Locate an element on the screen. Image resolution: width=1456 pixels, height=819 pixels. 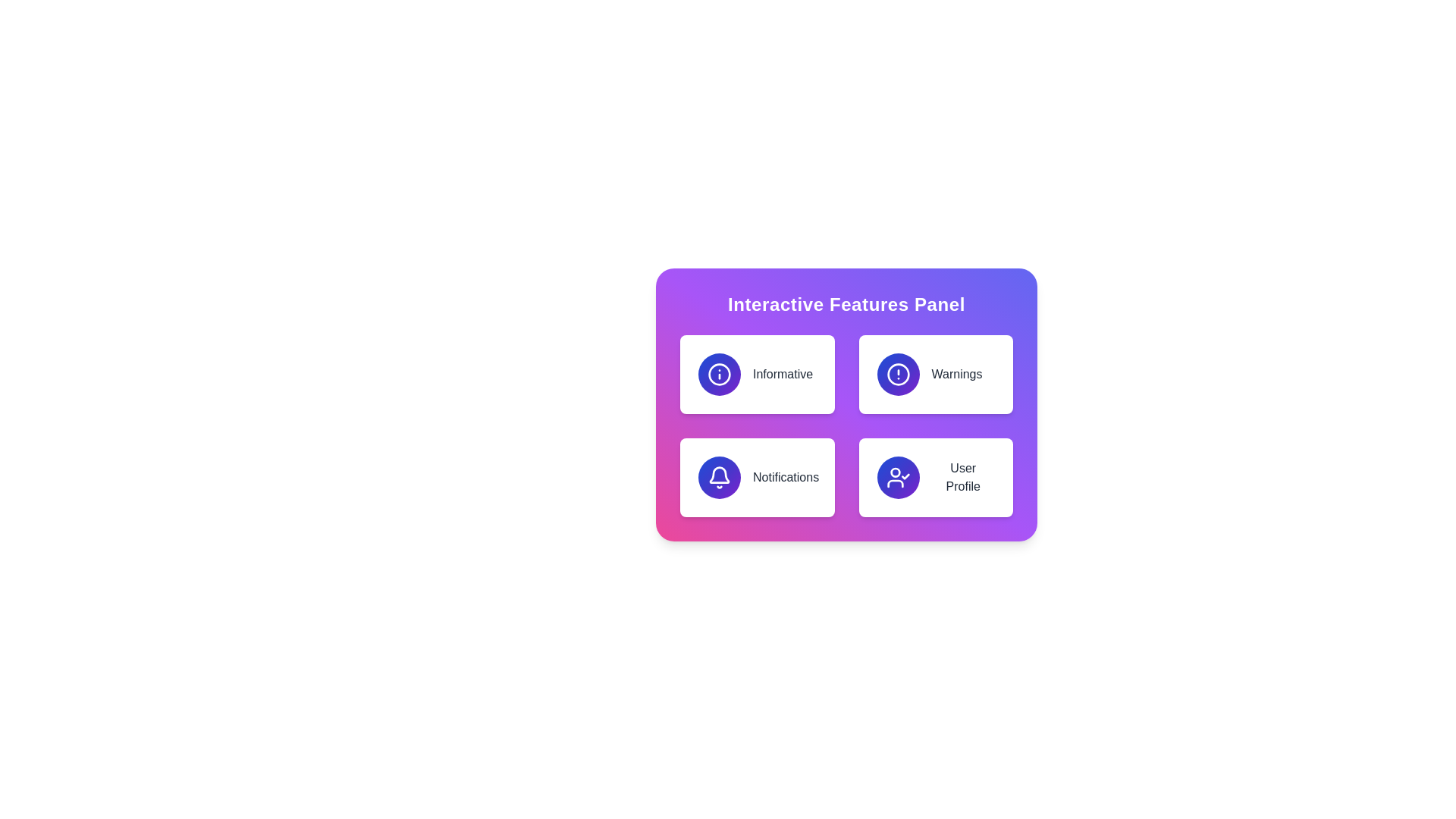
the circular information icon with a gradient background and an exclamation mark is located at coordinates (719, 374).